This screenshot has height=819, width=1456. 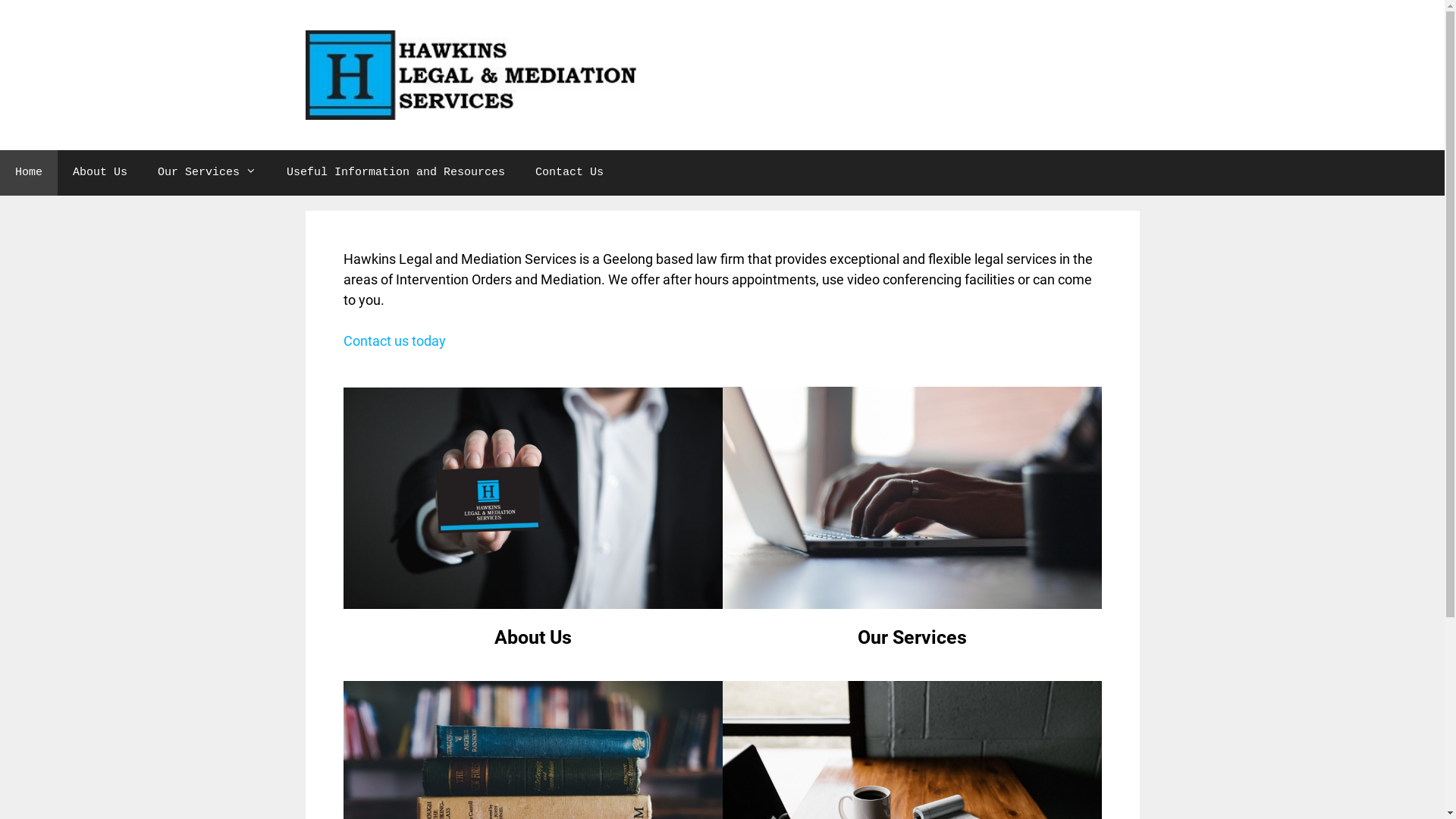 I want to click on 'Contact us today', so click(x=394, y=340).